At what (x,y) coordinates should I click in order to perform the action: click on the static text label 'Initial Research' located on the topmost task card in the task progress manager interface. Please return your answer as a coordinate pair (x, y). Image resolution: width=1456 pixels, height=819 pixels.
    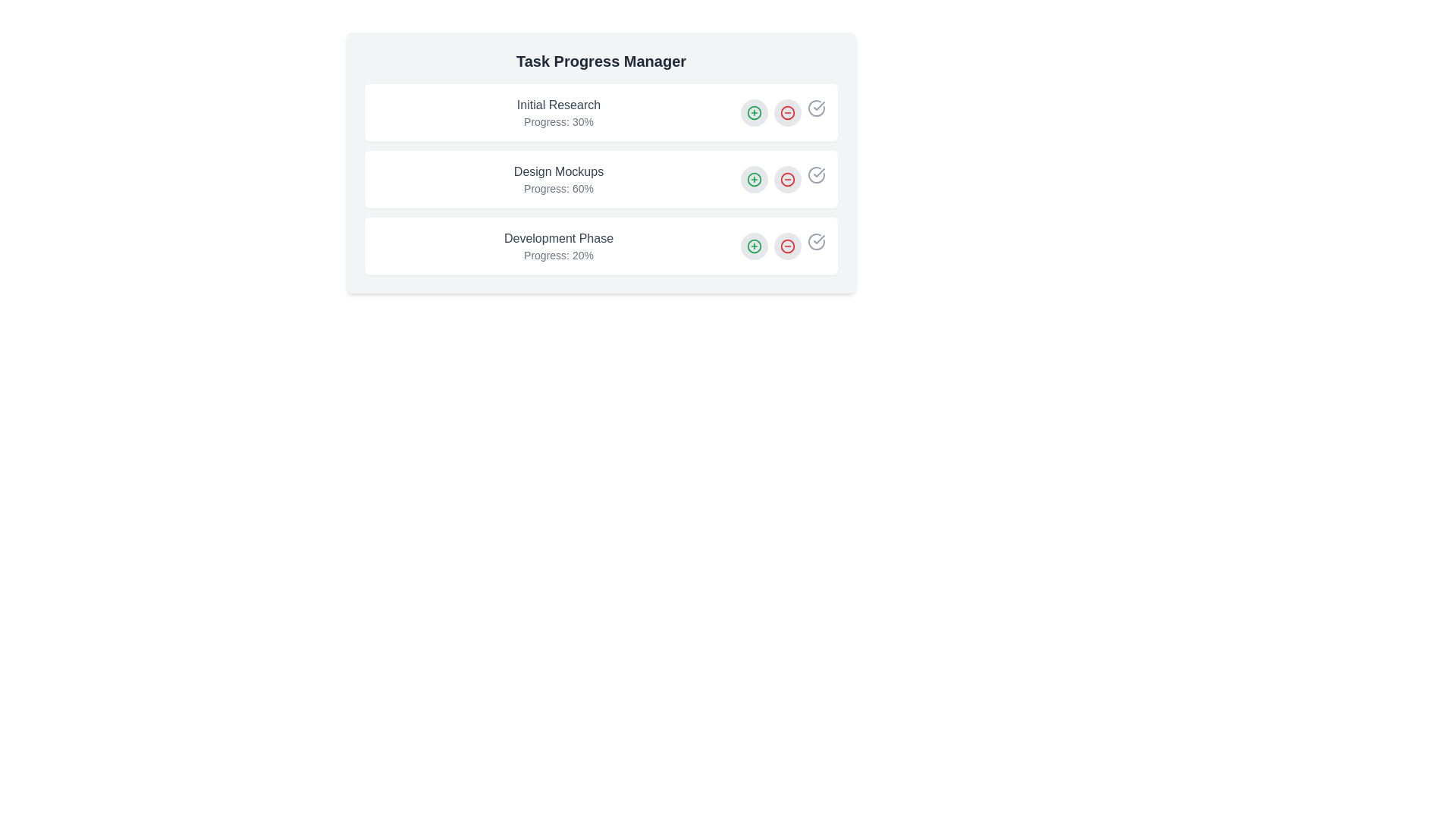
    Looking at the image, I should click on (558, 104).